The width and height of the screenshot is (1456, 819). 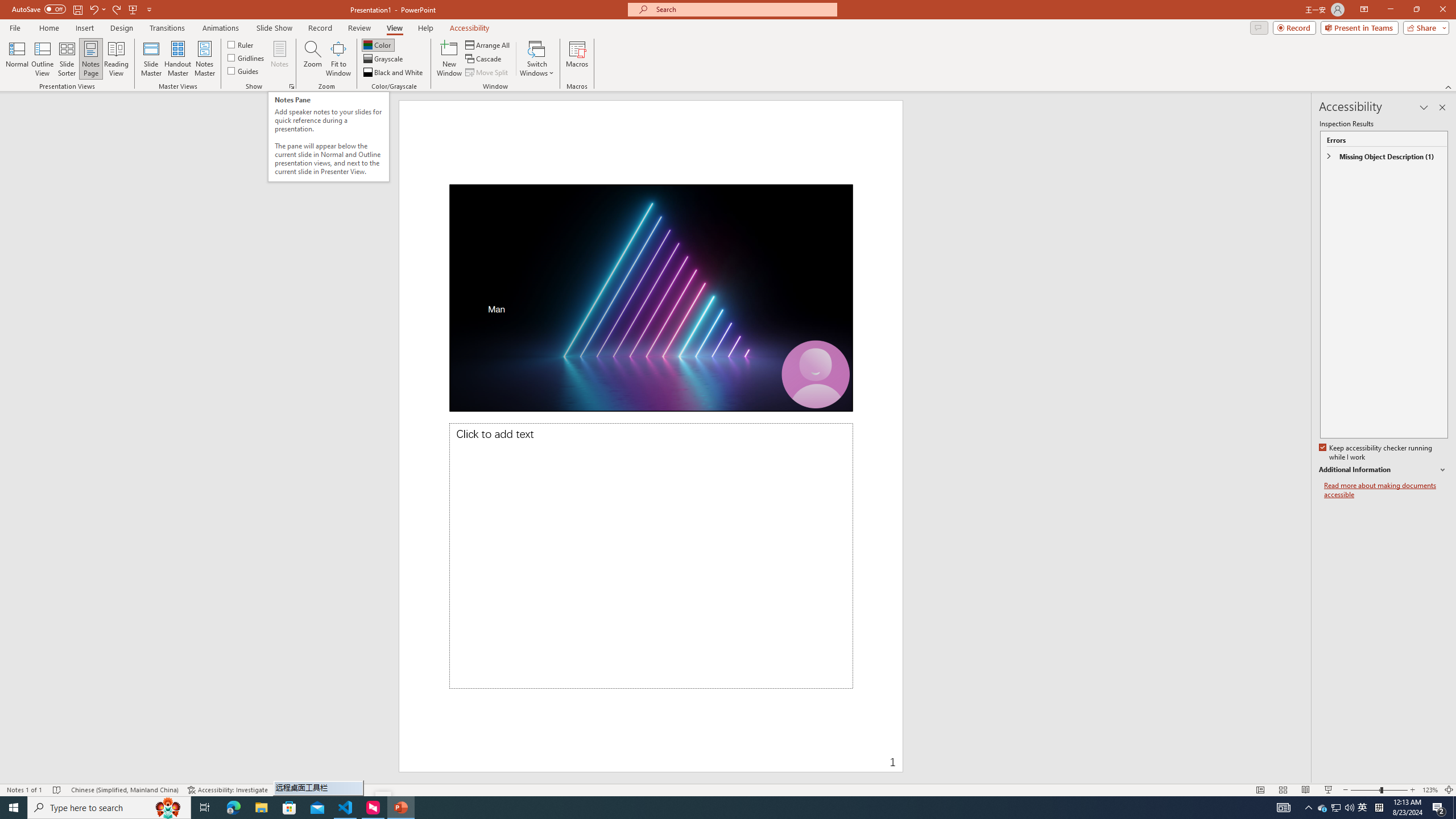 What do you see at coordinates (279, 59) in the screenshot?
I see `'Notes'` at bounding box center [279, 59].